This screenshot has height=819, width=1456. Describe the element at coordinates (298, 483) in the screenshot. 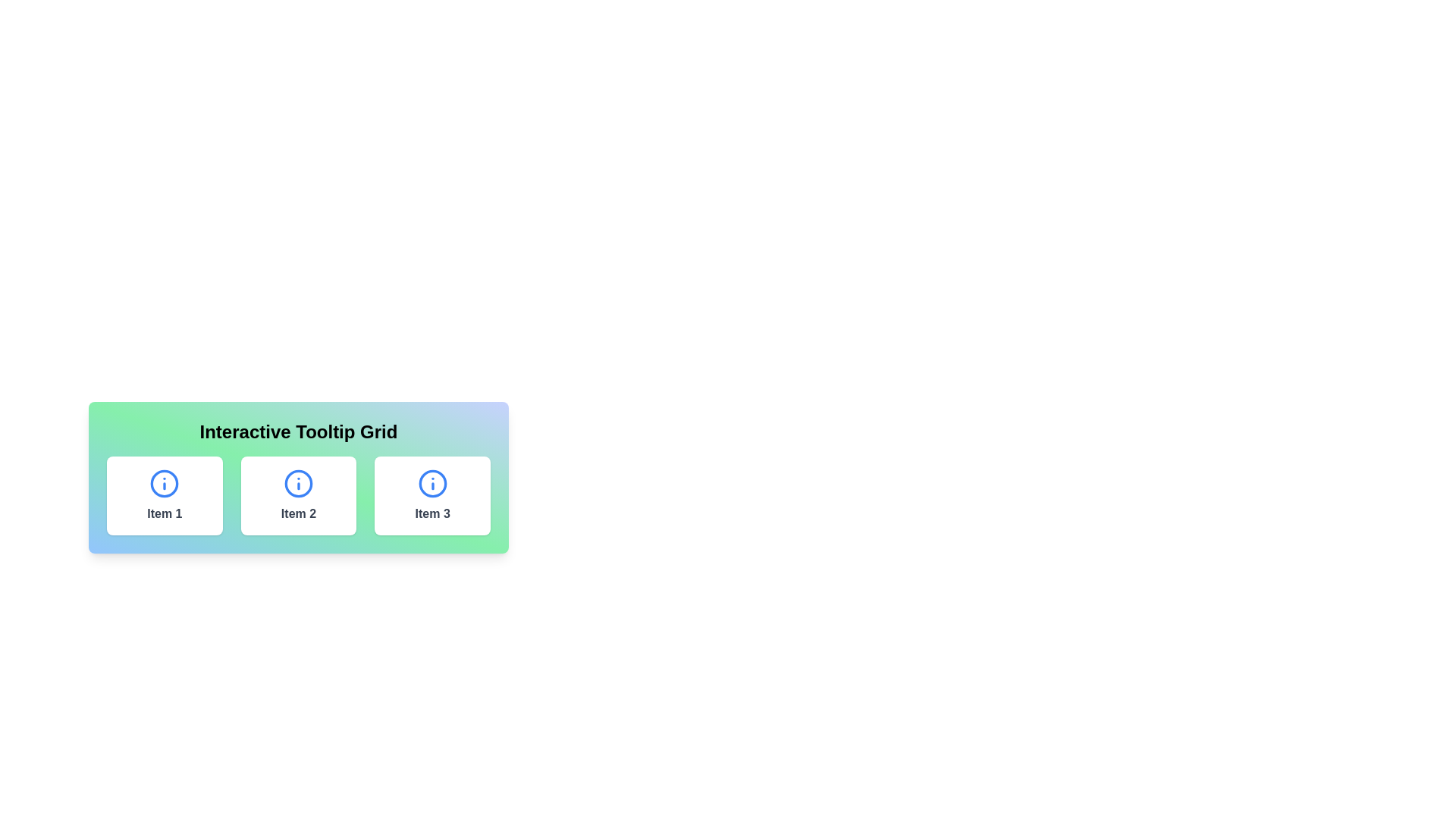

I see `the information or tooltip indicator icon centered within the 'Item 2' card` at that location.